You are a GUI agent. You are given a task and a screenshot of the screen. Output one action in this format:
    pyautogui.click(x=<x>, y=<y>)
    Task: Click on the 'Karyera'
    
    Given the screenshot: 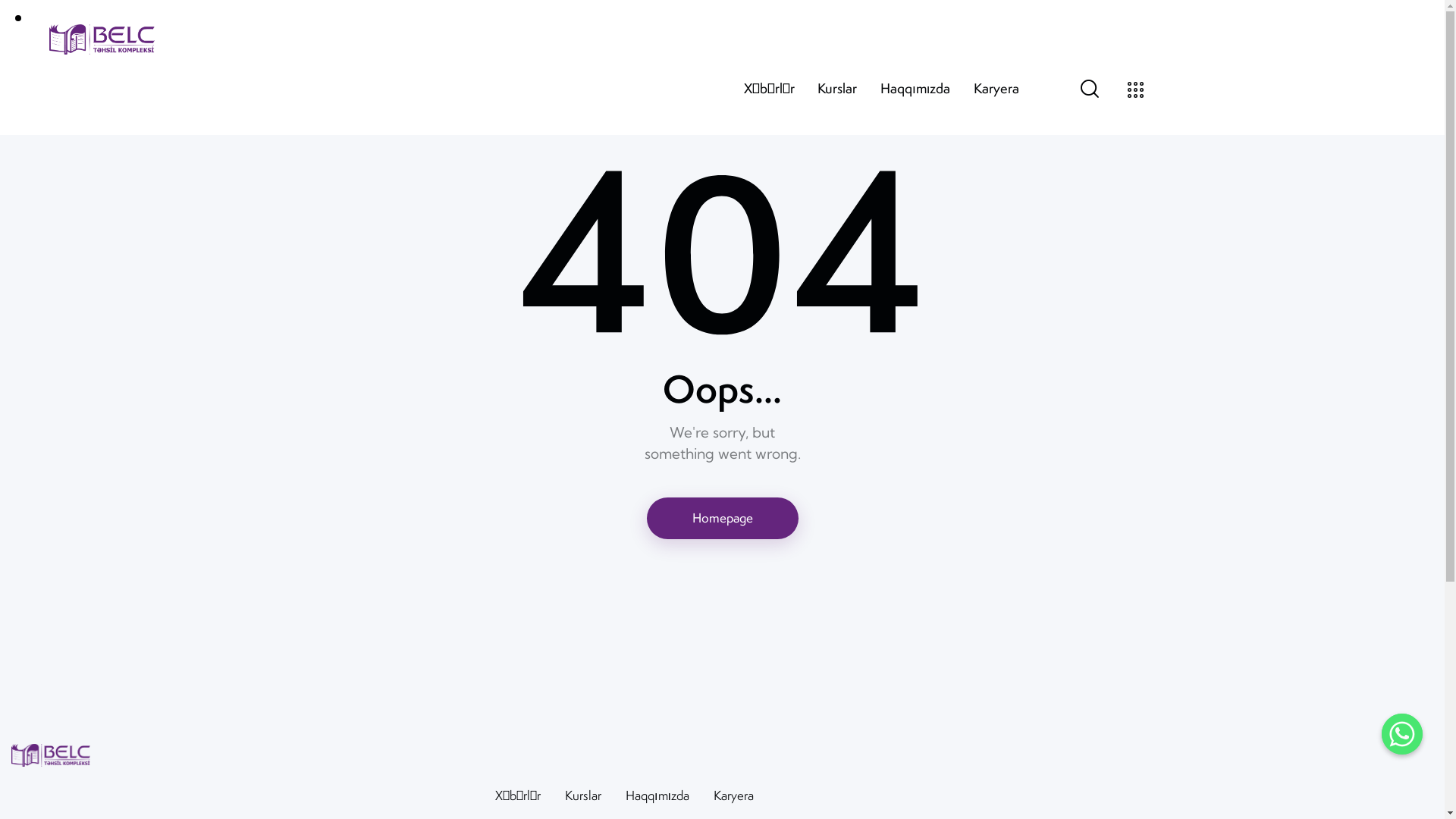 What is the action you would take?
    pyautogui.click(x=996, y=88)
    